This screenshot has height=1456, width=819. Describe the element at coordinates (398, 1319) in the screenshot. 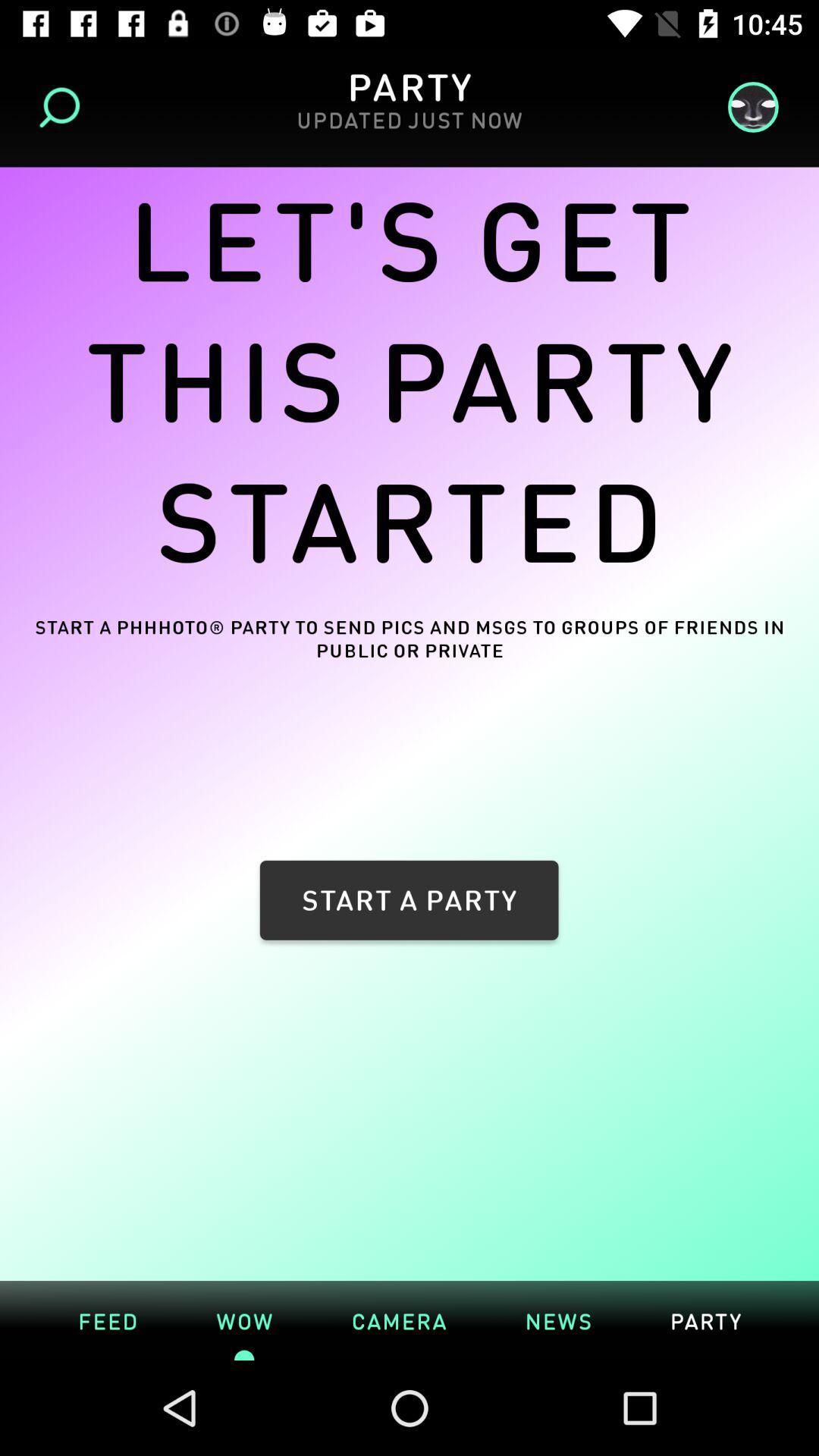

I see `item below the start a party icon` at that location.